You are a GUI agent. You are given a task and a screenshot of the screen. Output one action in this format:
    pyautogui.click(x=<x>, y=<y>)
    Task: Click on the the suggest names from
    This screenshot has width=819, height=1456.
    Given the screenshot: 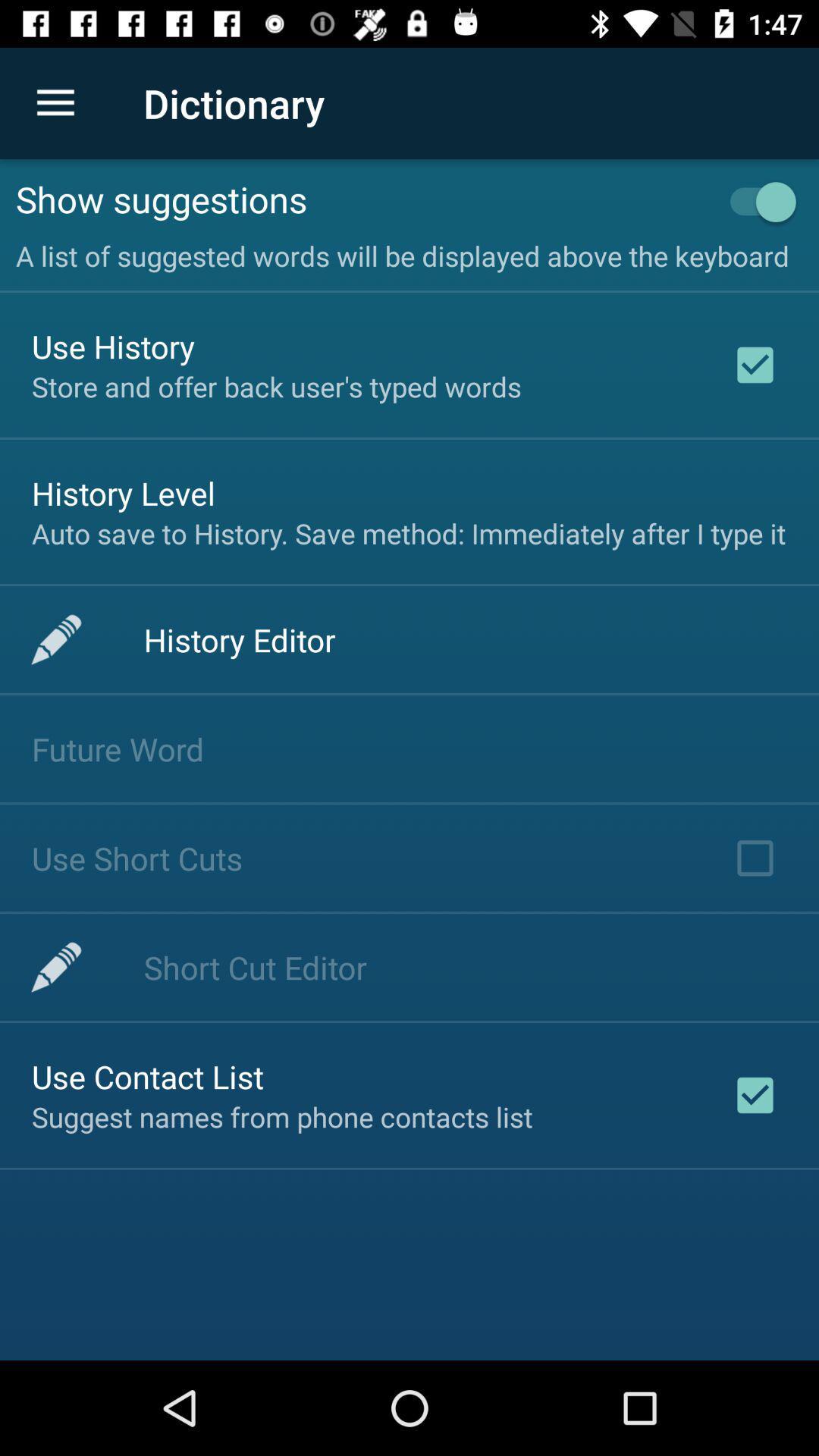 What is the action you would take?
    pyautogui.click(x=282, y=1117)
    